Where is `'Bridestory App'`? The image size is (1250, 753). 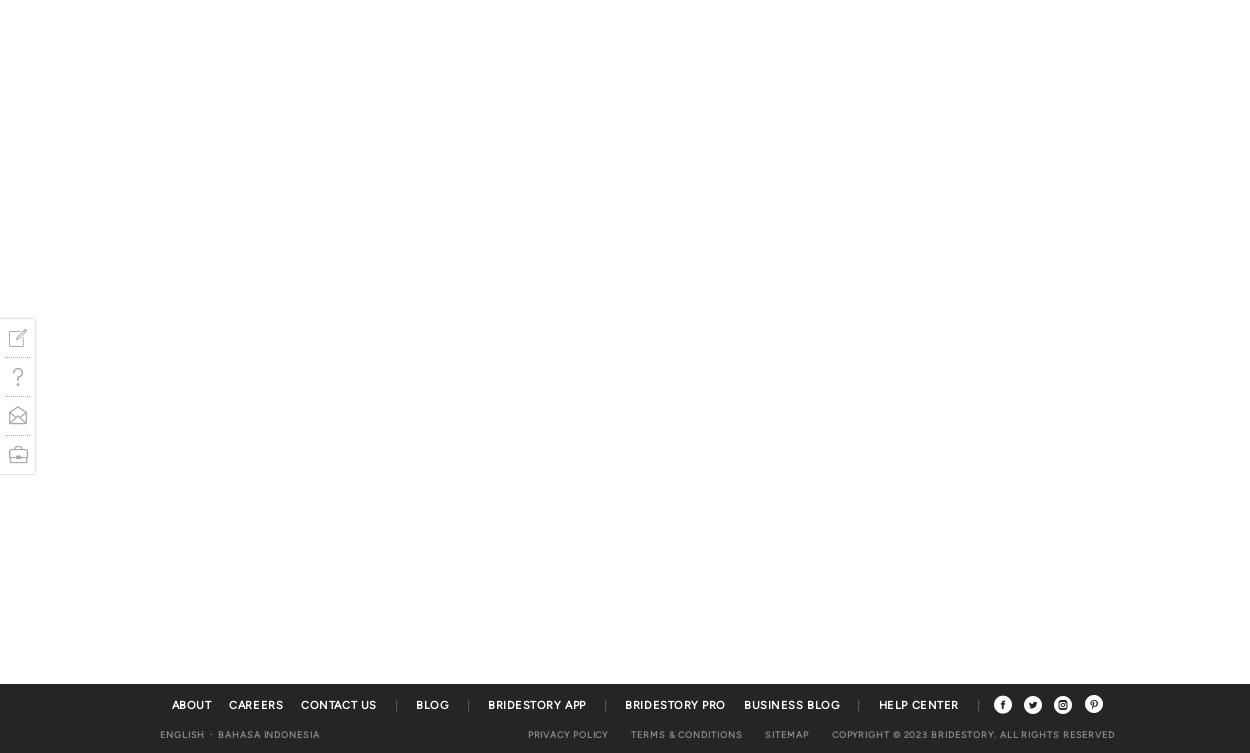
'Bridestory App' is located at coordinates (536, 704).